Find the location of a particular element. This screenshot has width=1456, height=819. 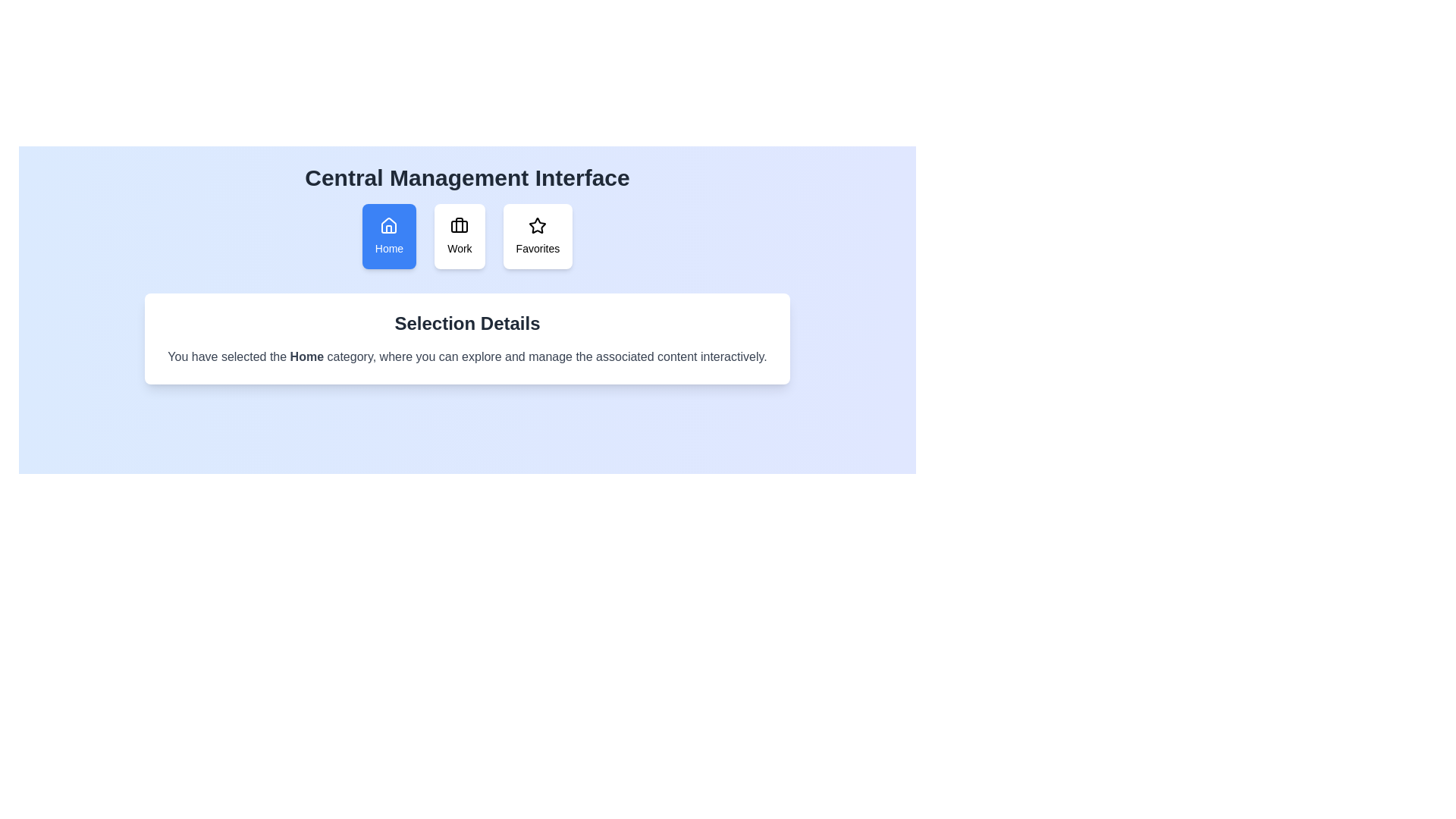

the 'Work' button located below the 'Central Management Interface' heading is located at coordinates (466, 237).